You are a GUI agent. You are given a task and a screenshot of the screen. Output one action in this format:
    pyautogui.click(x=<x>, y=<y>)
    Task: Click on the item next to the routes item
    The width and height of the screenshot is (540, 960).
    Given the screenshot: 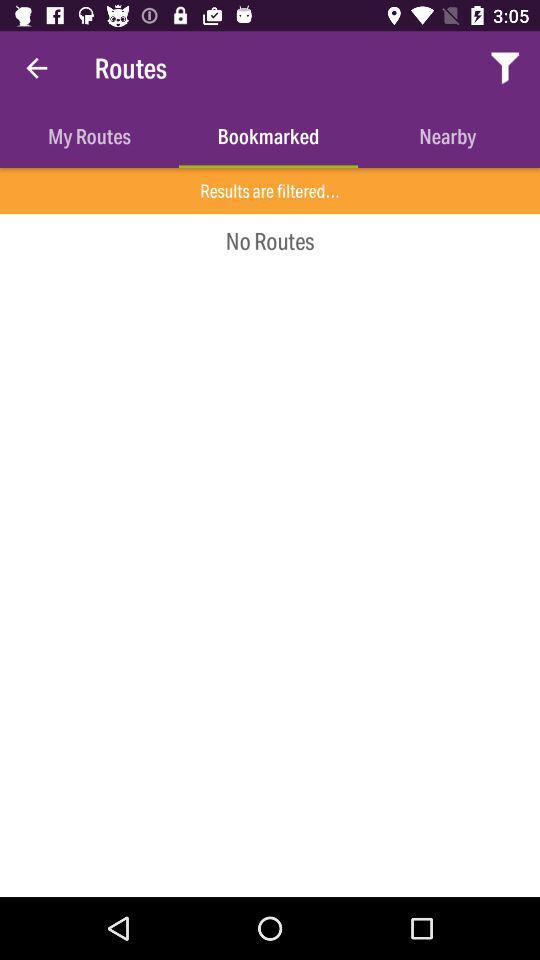 What is the action you would take?
    pyautogui.click(x=36, y=68)
    